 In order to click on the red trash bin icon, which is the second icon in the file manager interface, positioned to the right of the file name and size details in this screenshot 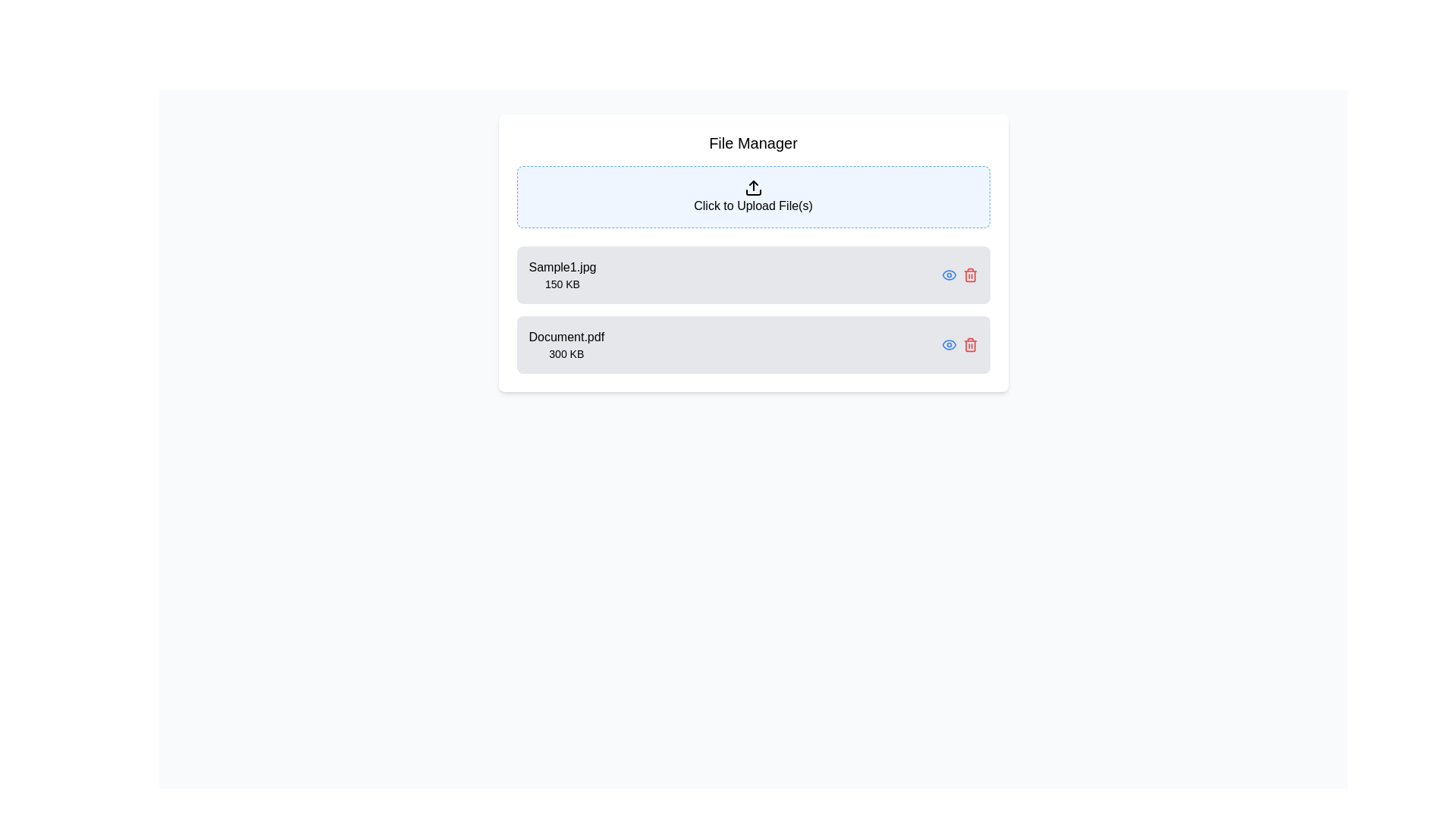, I will do `click(969, 275)`.